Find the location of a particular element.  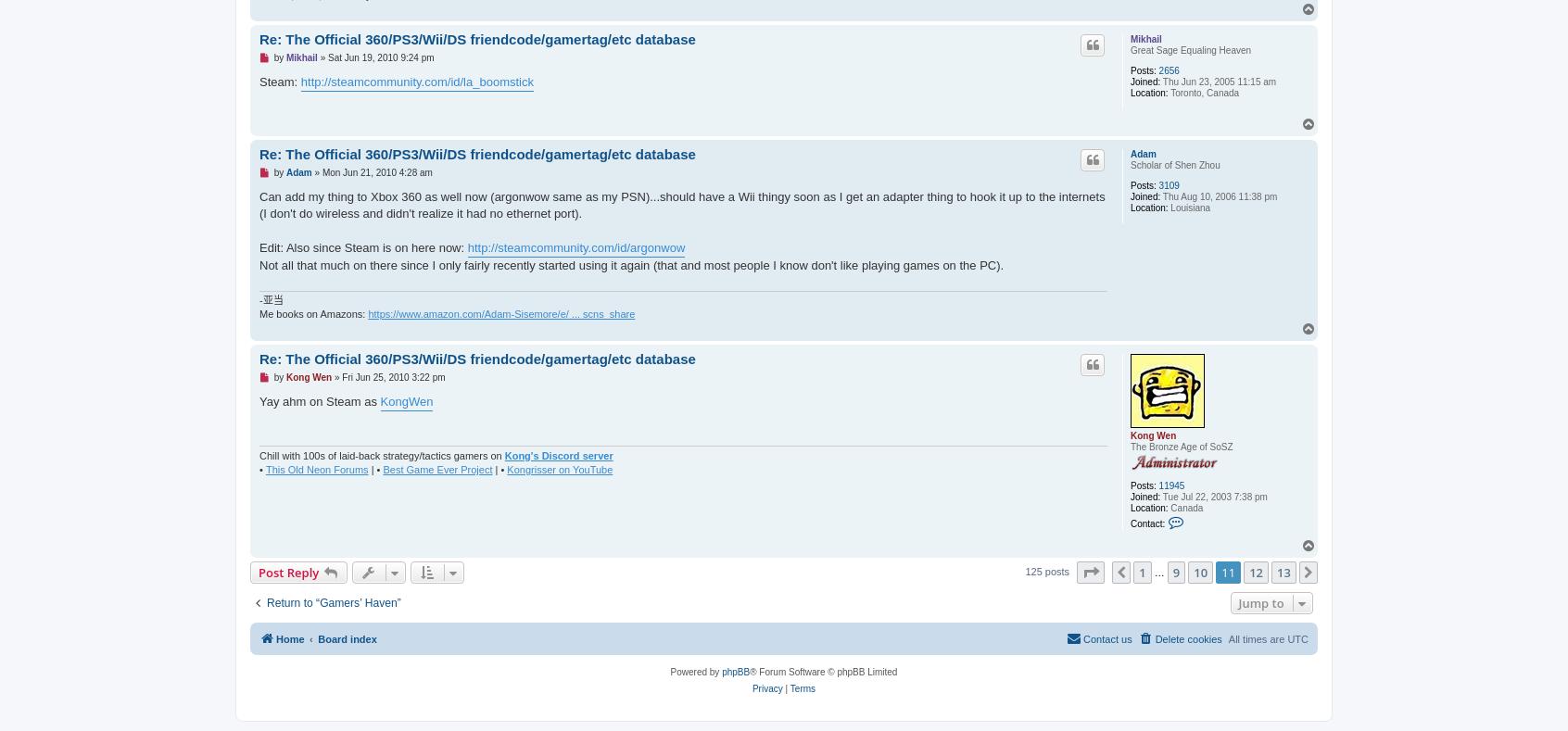

'Post Reply' is located at coordinates (287, 571).